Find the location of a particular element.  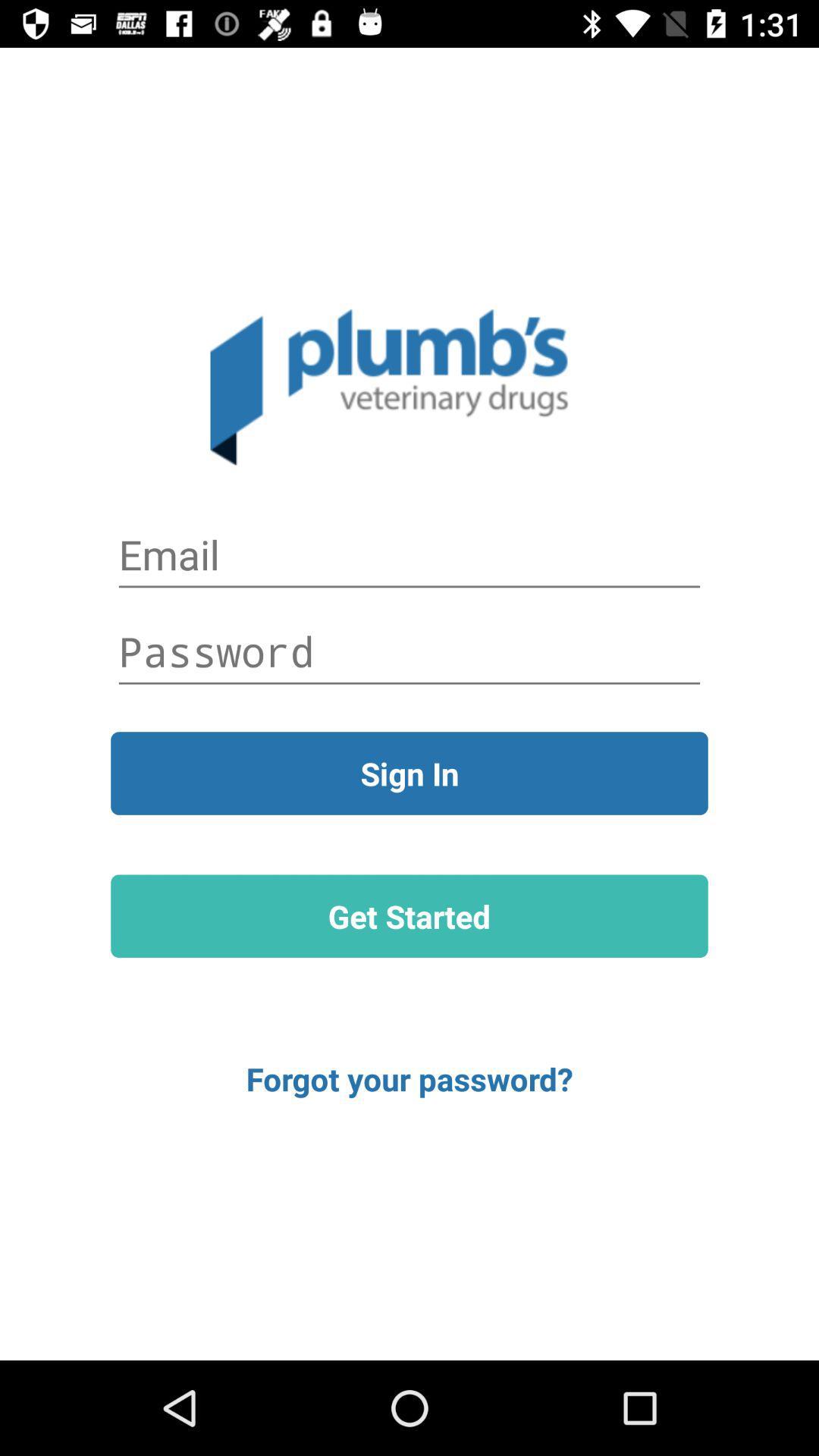

forgot your password? item is located at coordinates (409, 1078).